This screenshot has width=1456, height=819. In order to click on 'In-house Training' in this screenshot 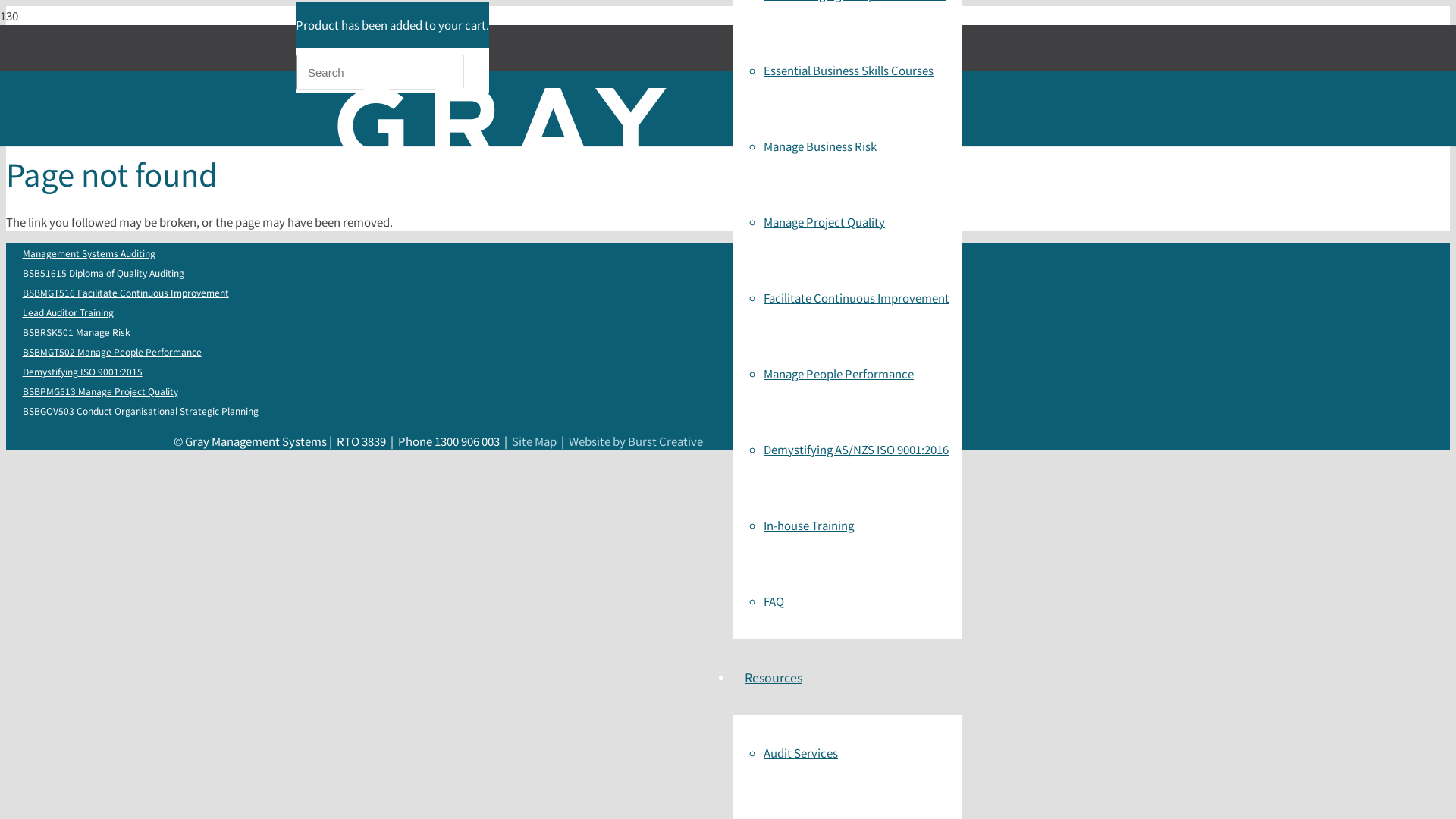, I will do `click(808, 524)`.